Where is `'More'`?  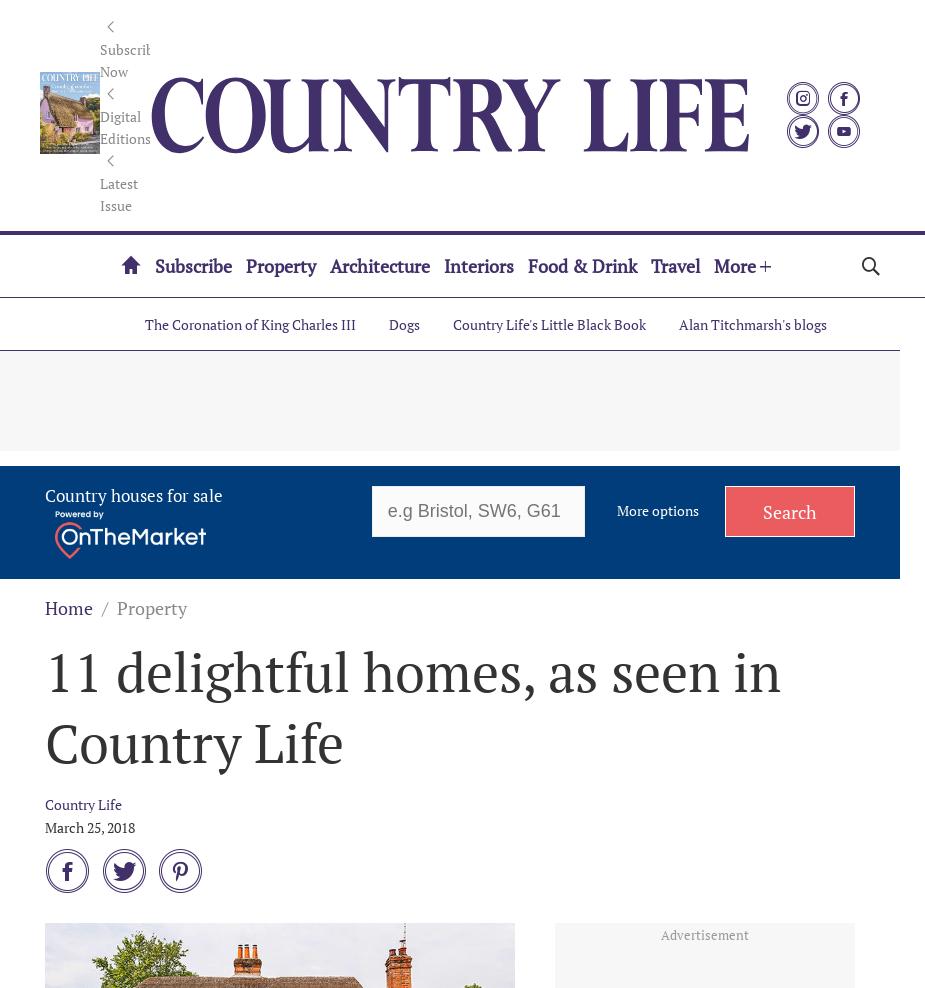 'More' is located at coordinates (737, 264).